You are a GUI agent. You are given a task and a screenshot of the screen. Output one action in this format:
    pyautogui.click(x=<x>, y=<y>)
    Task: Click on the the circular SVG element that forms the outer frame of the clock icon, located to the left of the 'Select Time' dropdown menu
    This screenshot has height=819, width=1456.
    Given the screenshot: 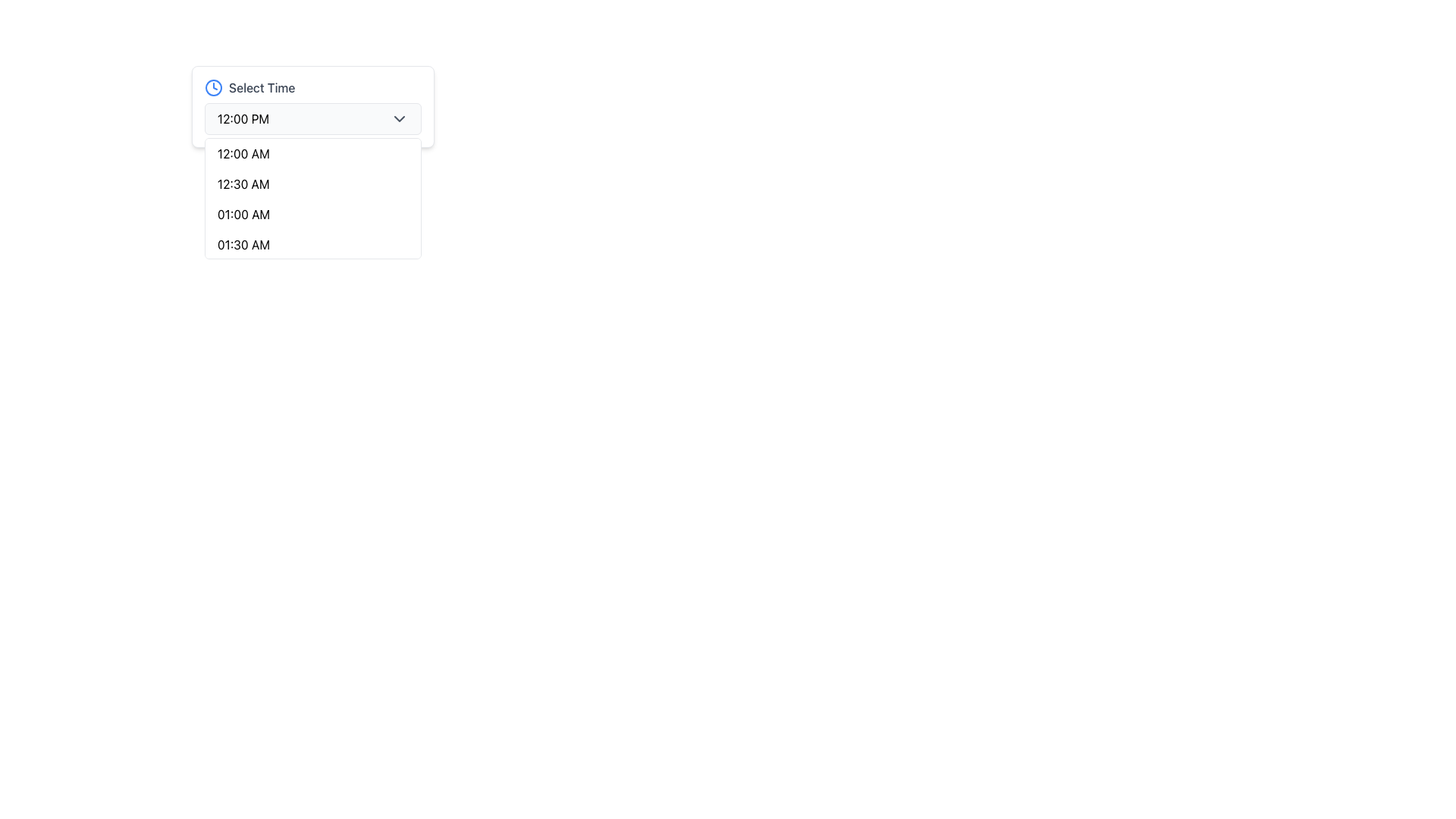 What is the action you would take?
    pyautogui.click(x=213, y=87)
    